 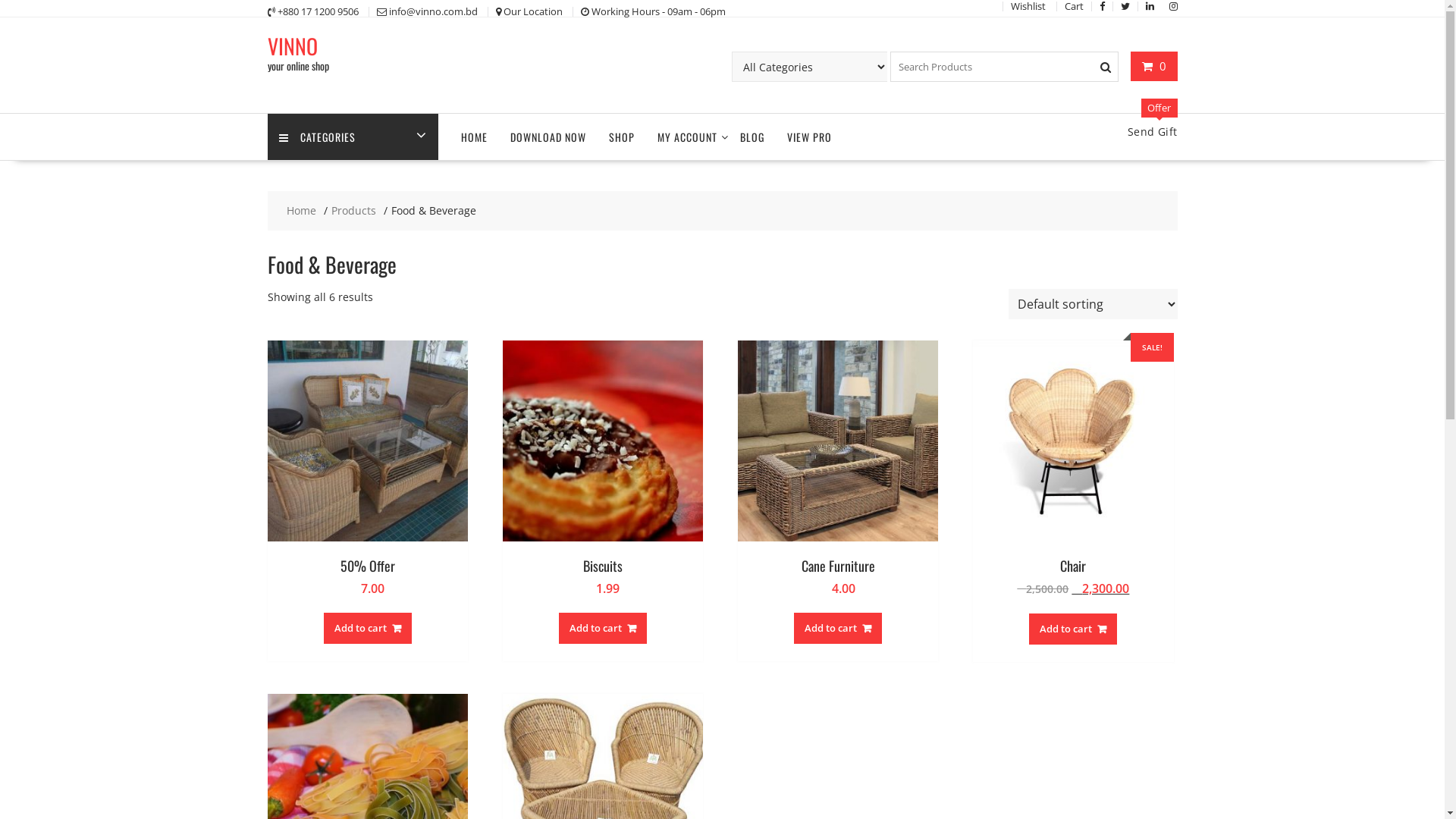 I want to click on 'Home', so click(x=301, y=210).